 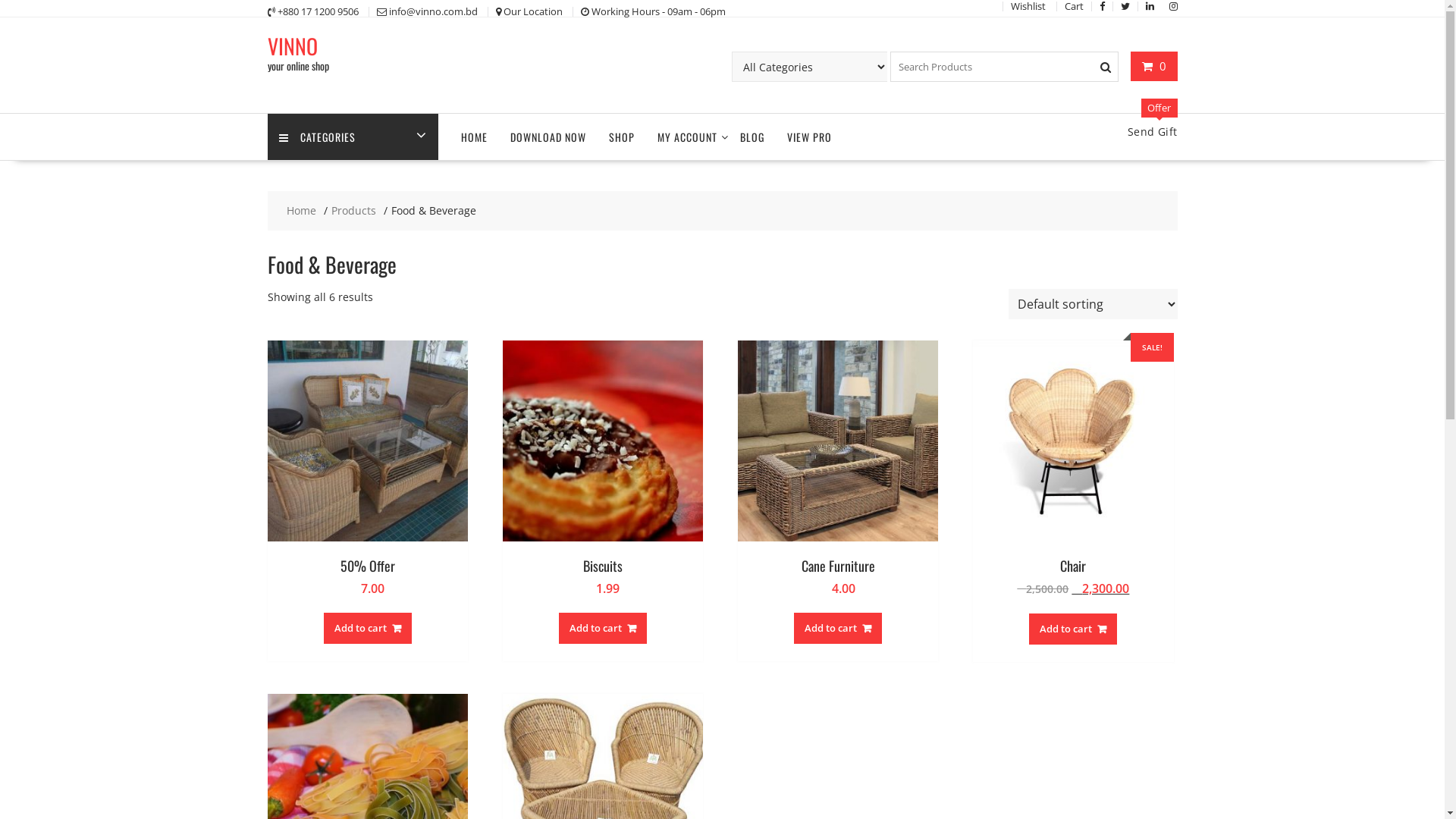 I want to click on 'Home', so click(x=301, y=210).